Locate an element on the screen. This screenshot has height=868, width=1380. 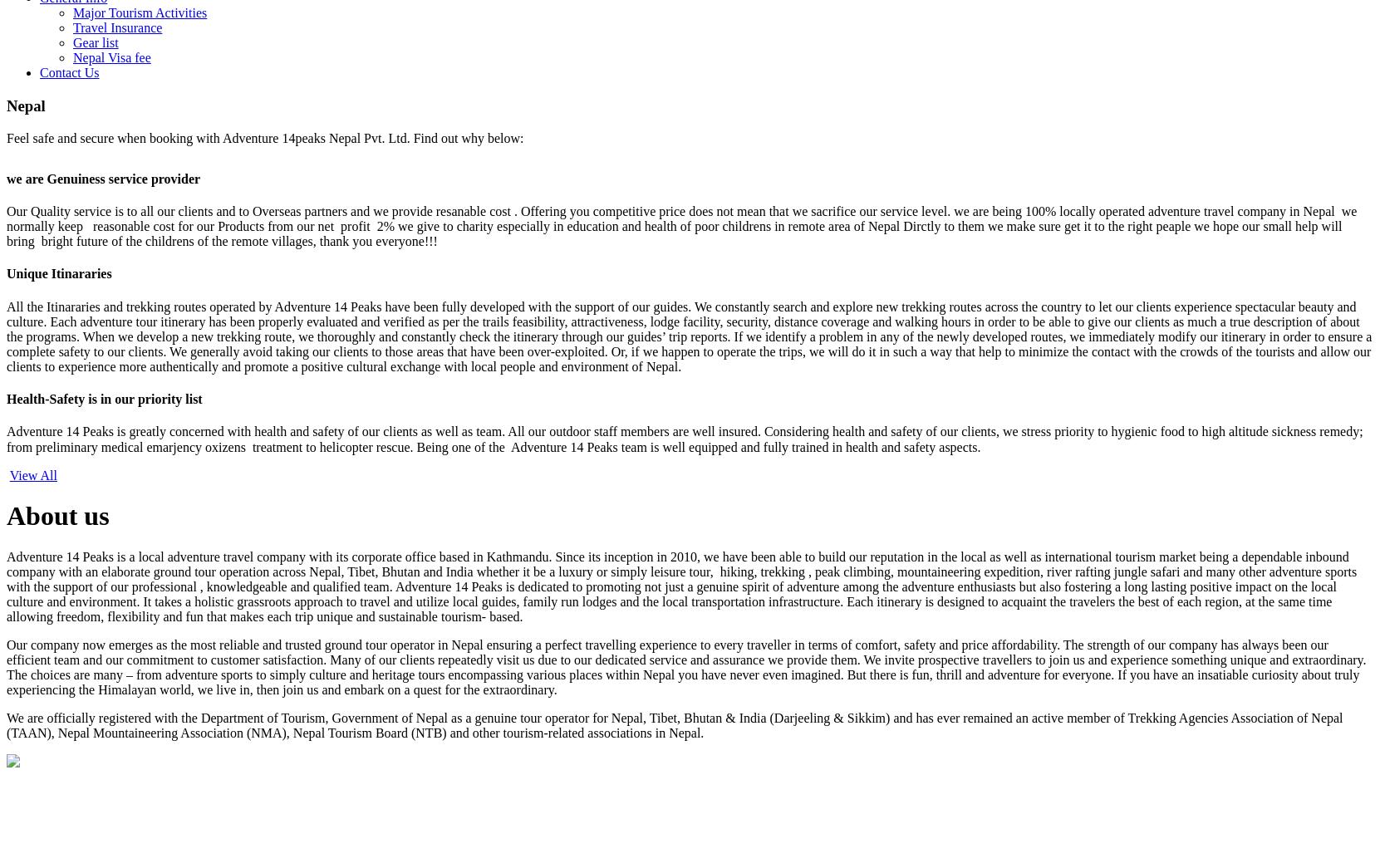
'Contact Us' is located at coordinates (68, 71).